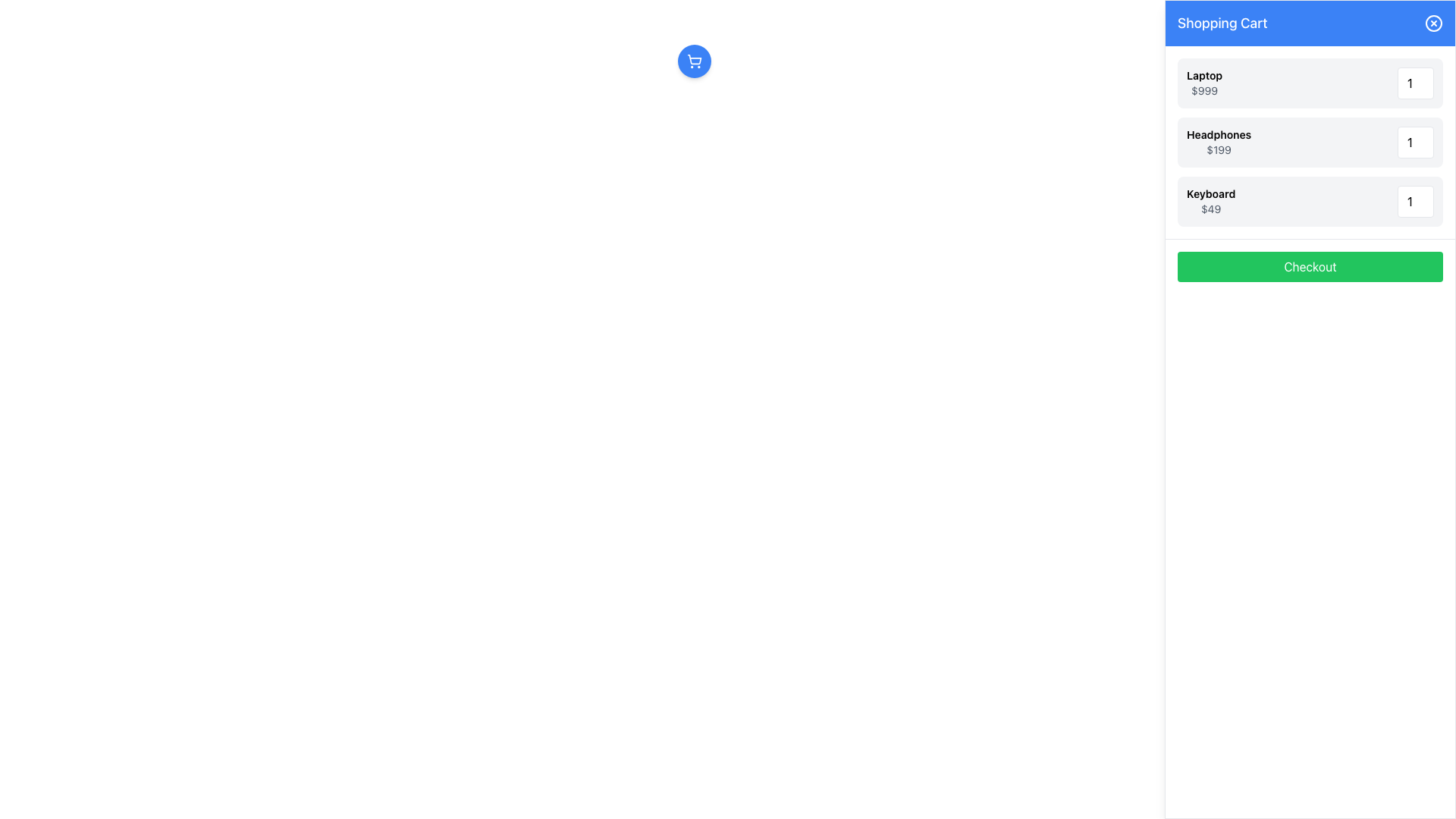 Image resolution: width=1456 pixels, height=819 pixels. I want to click on the text label displaying 'Headphones' in the shopping cart interface, located below the 'Laptop' entry and above the price of $199, so click(1219, 133).